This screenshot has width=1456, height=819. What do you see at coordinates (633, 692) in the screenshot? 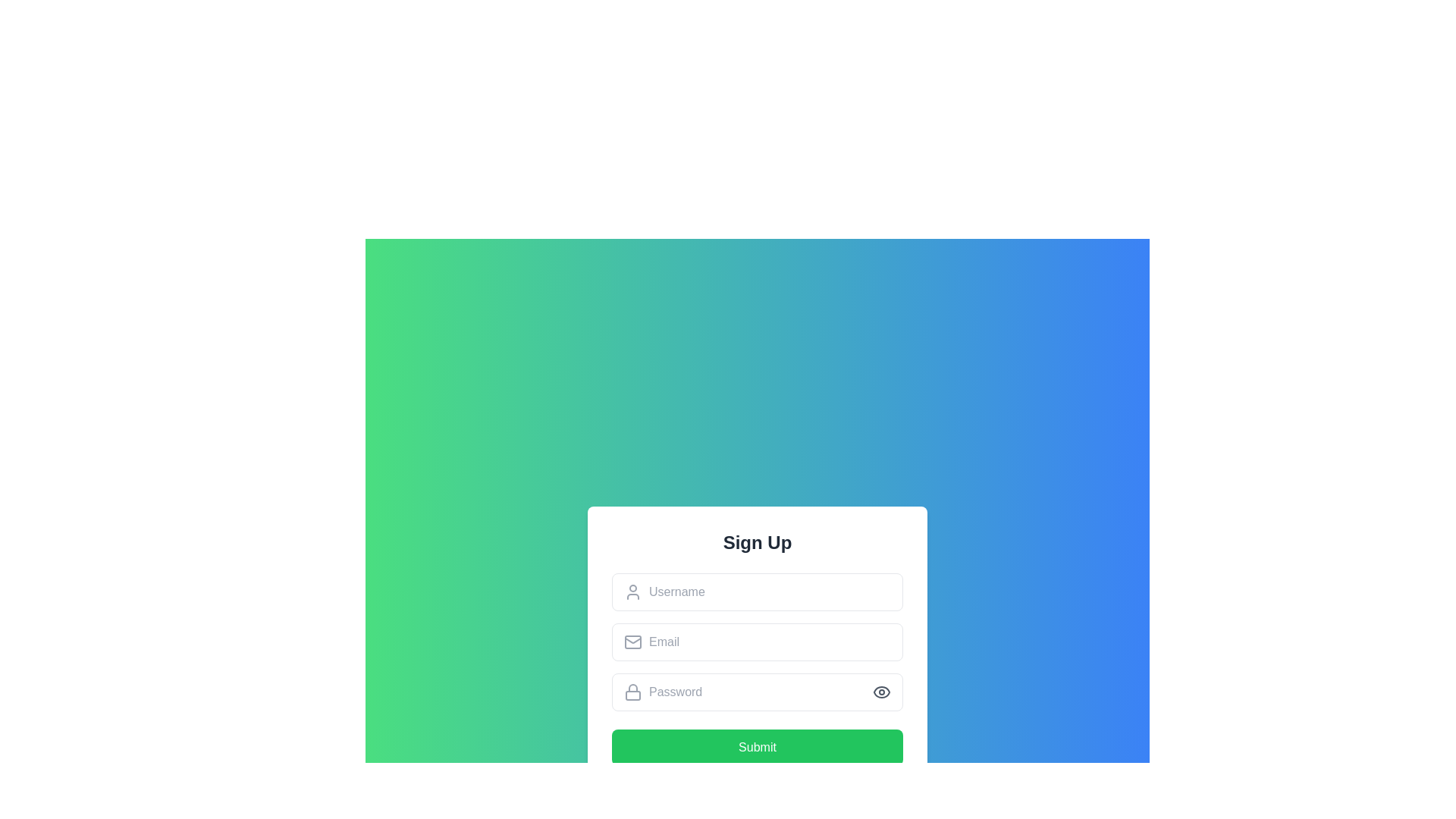
I see `the decorative lock icon located inside the password input field, positioned to the left of the input box` at bounding box center [633, 692].